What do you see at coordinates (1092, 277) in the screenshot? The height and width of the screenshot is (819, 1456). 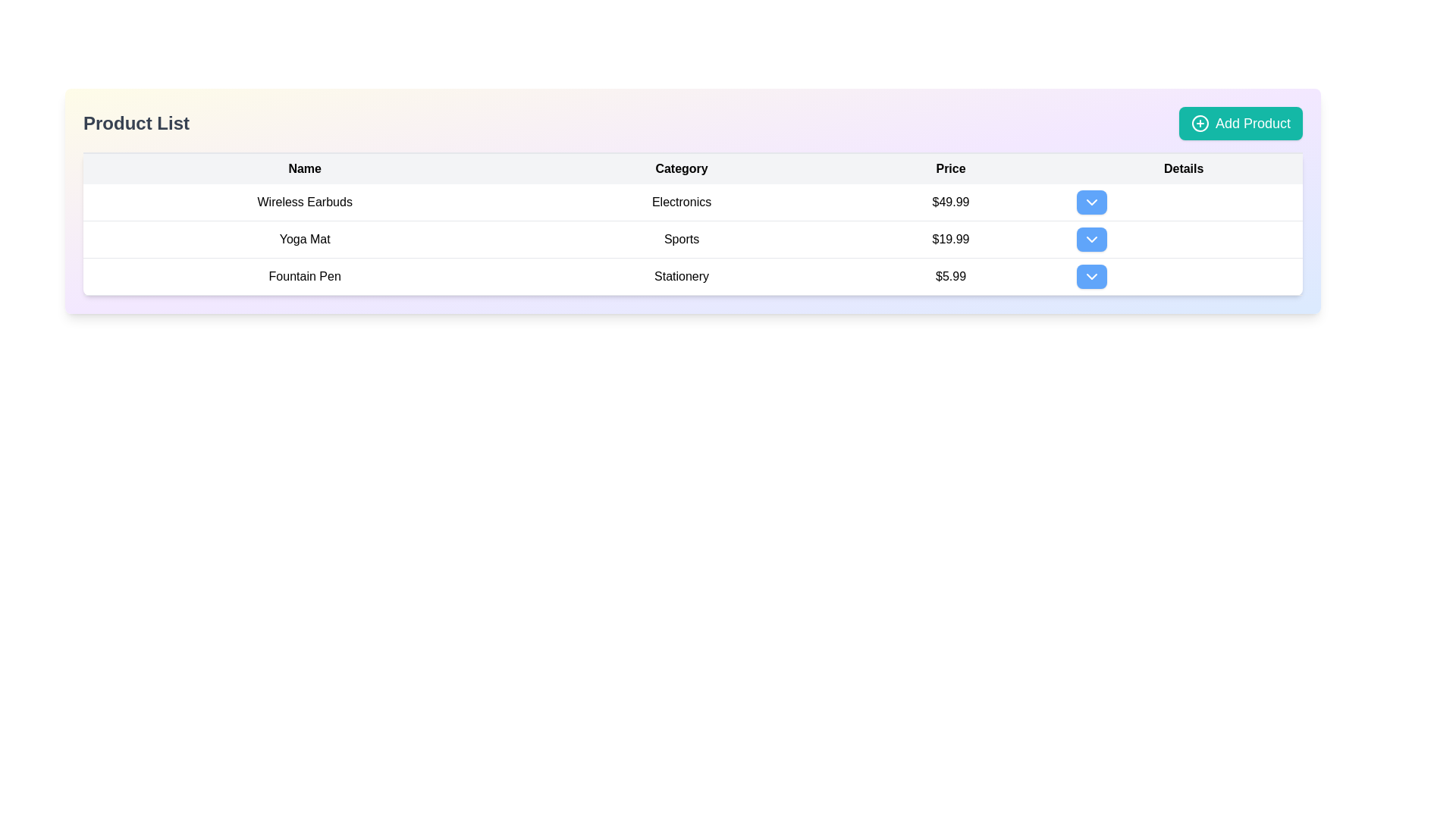 I see `the chevron down icon located in the center of a small blue circular button in the third row of the table under the 'Details' column to indicate interaction` at bounding box center [1092, 277].